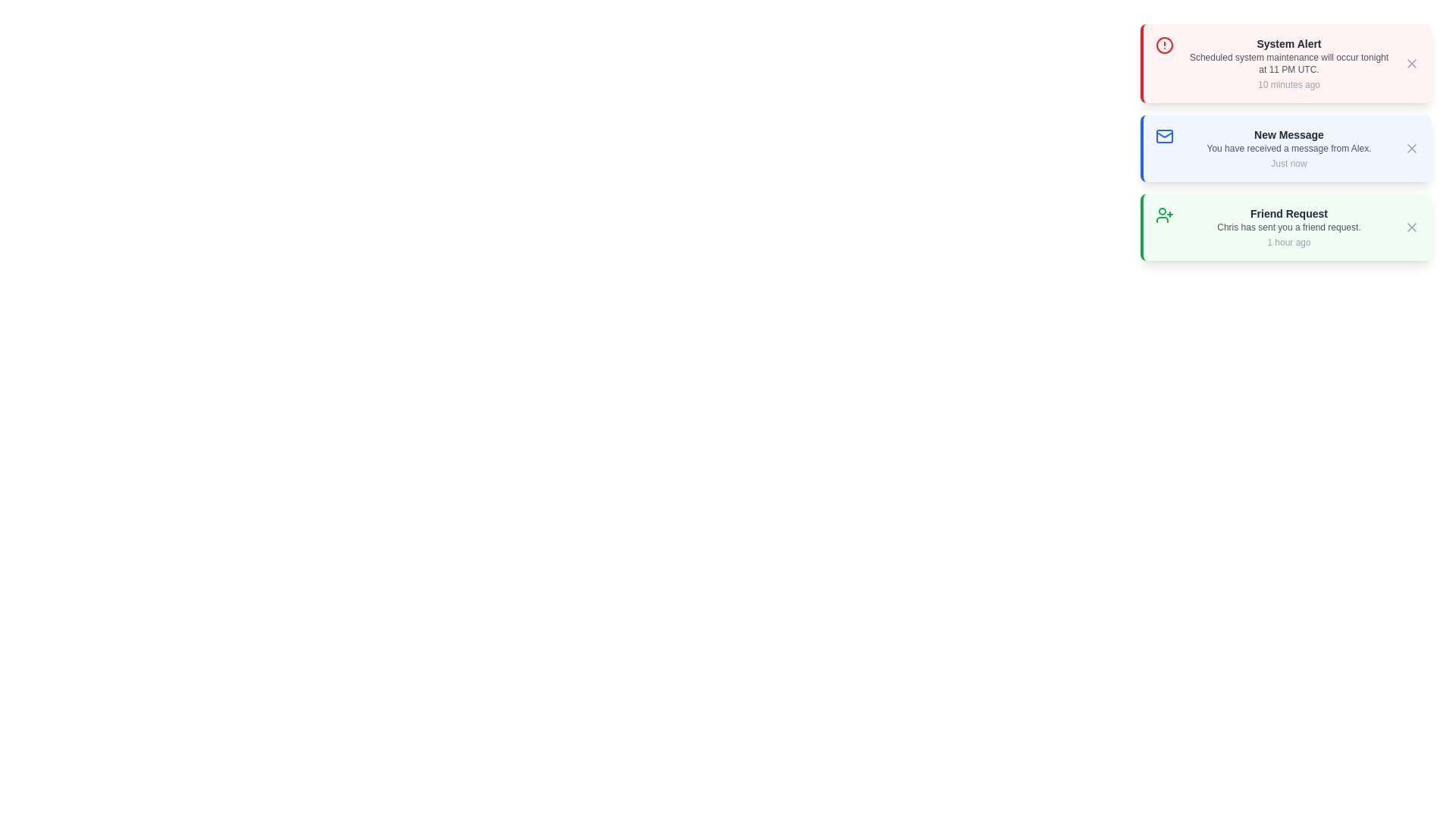 The image size is (1456, 819). What do you see at coordinates (1288, 149) in the screenshot?
I see `text label that displays 'You have received a message from Alex.' which is centrally located in the notification titled 'New Message'` at bounding box center [1288, 149].